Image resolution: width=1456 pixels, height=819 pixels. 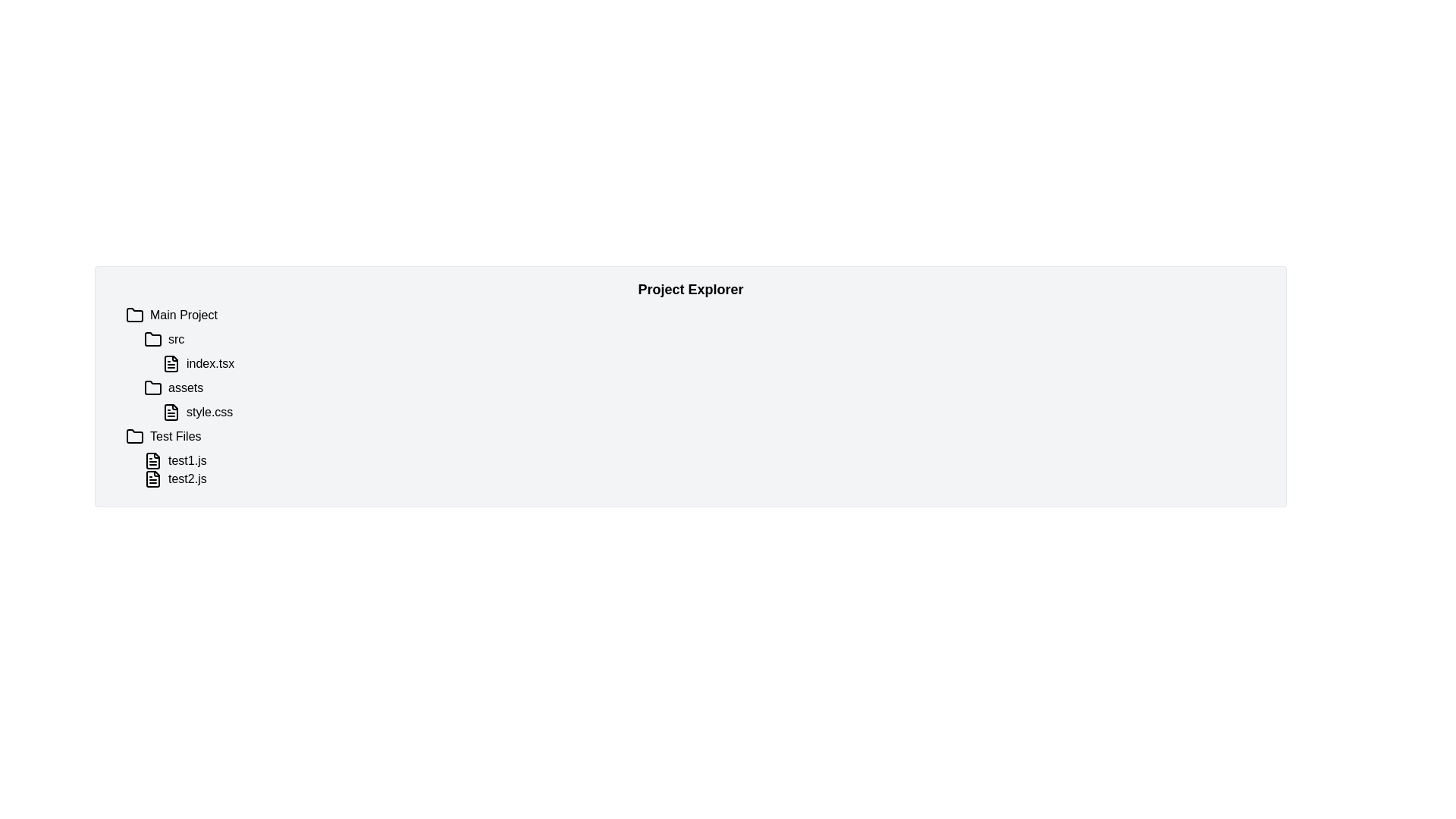 I want to click on the text label 'test1.js' associated with the file icon in the file explorer interface, so click(x=187, y=460).